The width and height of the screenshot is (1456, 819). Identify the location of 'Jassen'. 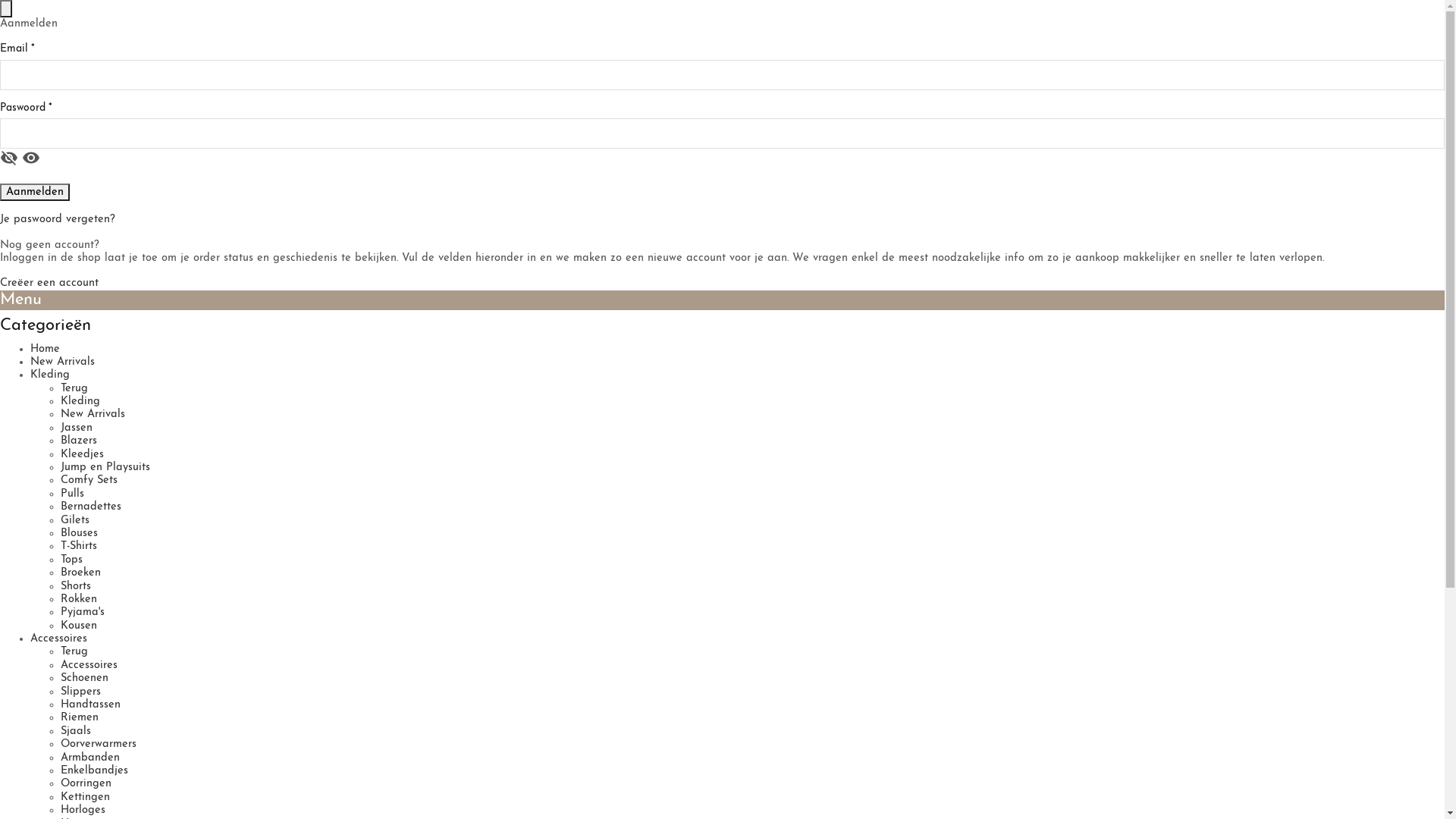
(75, 428).